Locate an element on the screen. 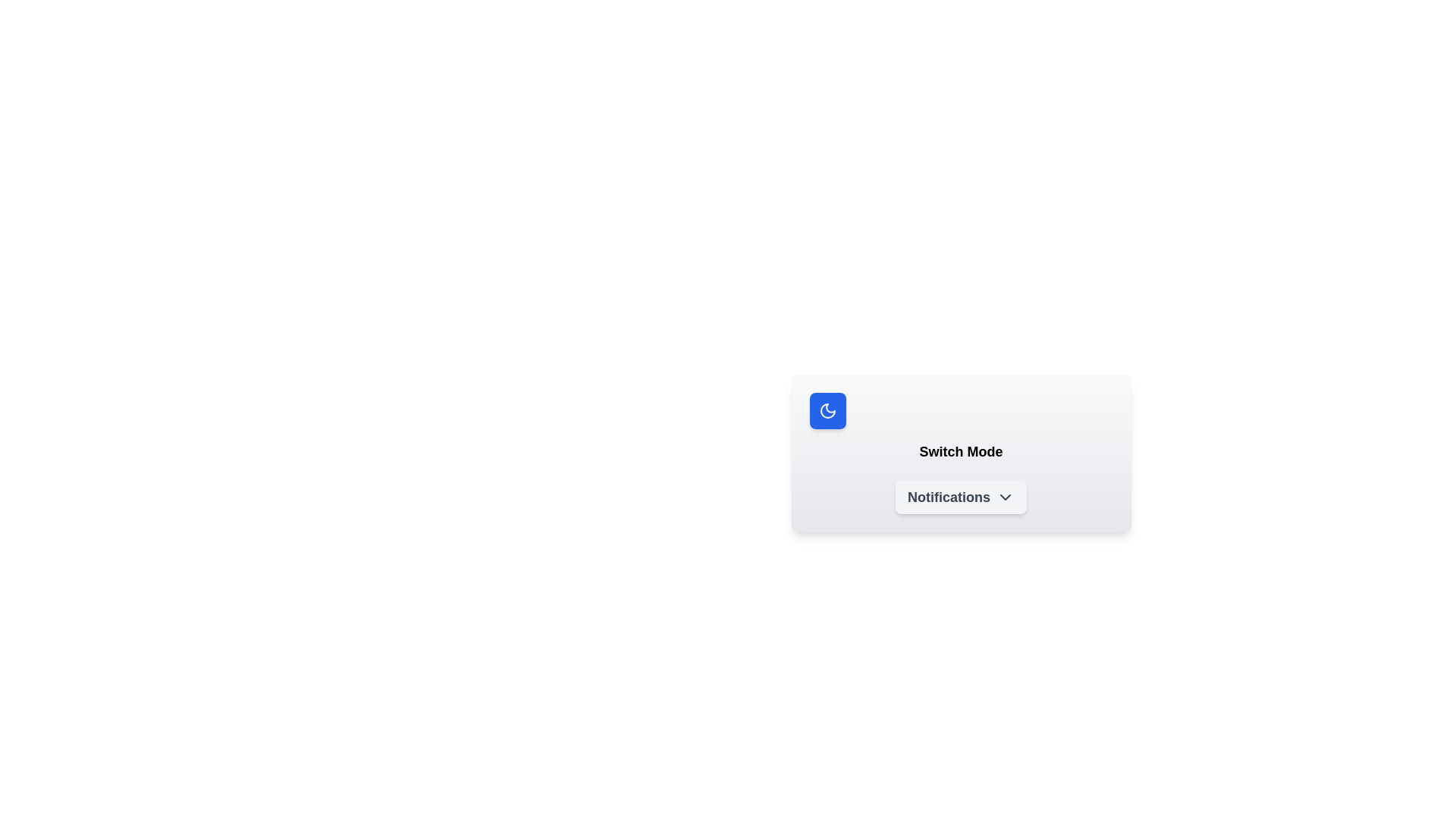 This screenshot has height=819, width=1456. the static text label 'Switch Mode' that is centrally aligned and positioned below a rounded blue moon icon and above the 'Notifications' button is located at coordinates (960, 451).